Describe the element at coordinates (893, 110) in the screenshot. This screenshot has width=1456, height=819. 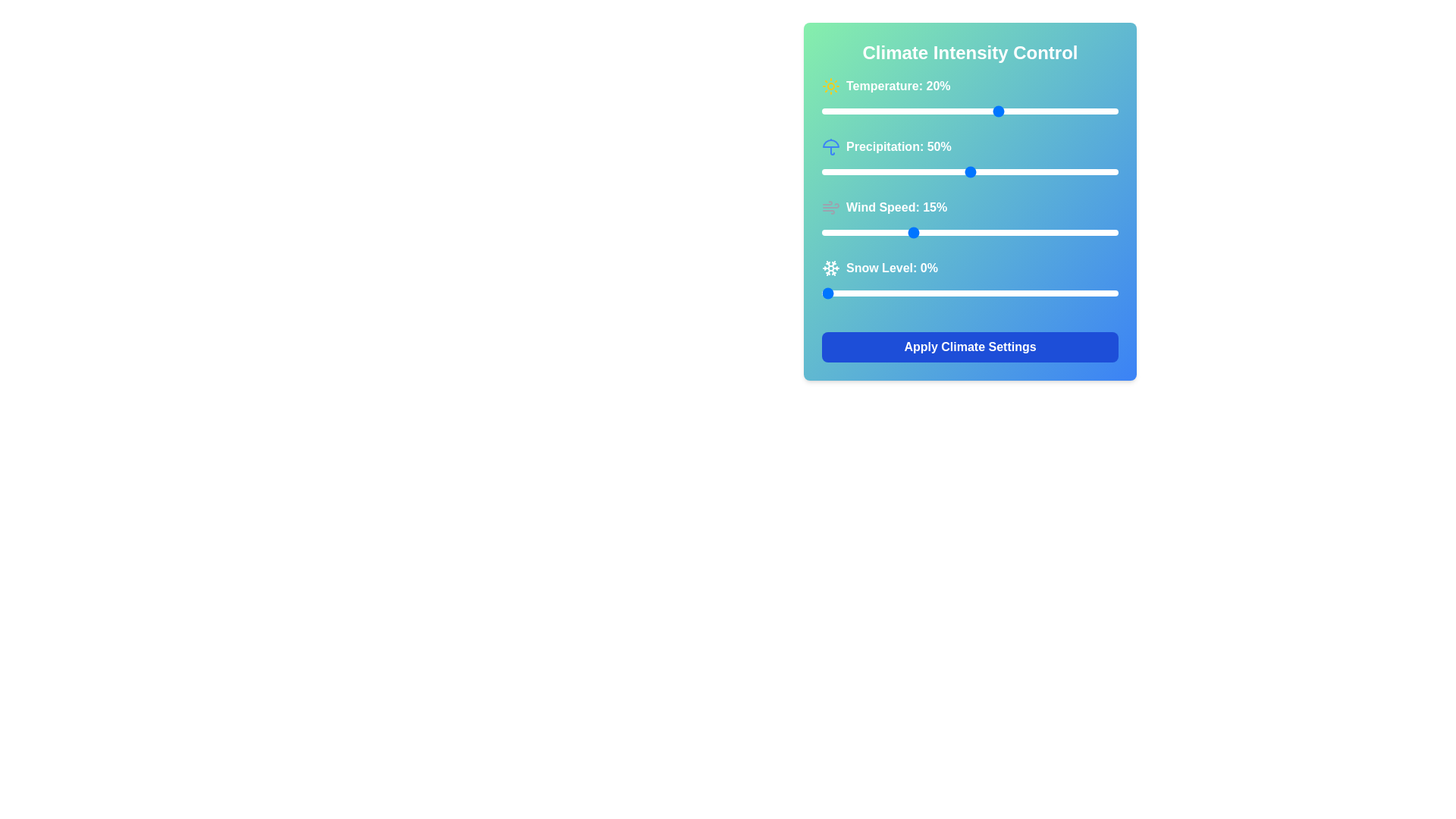
I see `the temperature slider` at that location.